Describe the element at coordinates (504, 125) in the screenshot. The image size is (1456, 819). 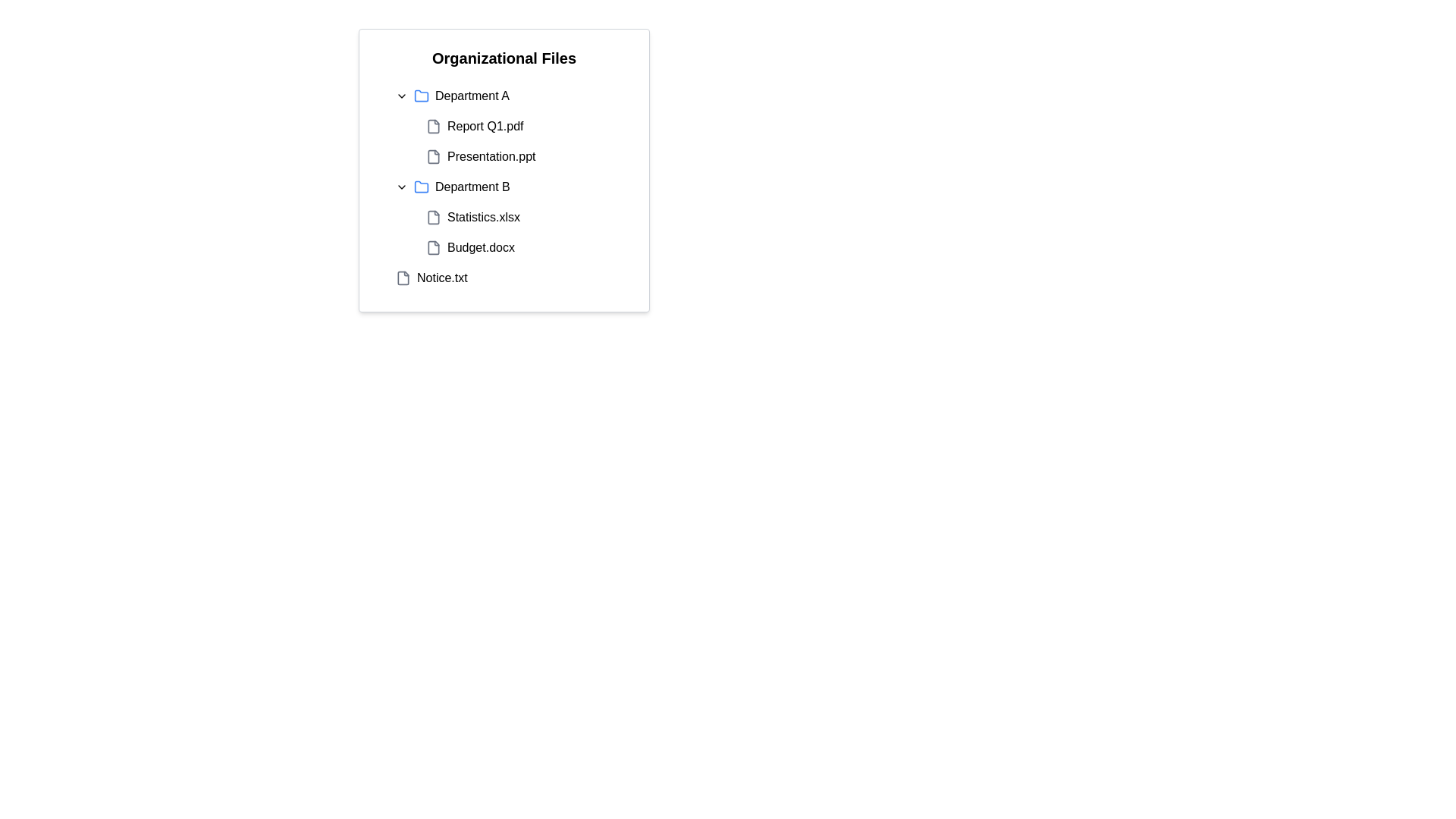
I see `the List item labeled 'Department AReport Q1.pdfPresentation.ppt' located under 'Organizational Files' in the hierarchical list` at that location.